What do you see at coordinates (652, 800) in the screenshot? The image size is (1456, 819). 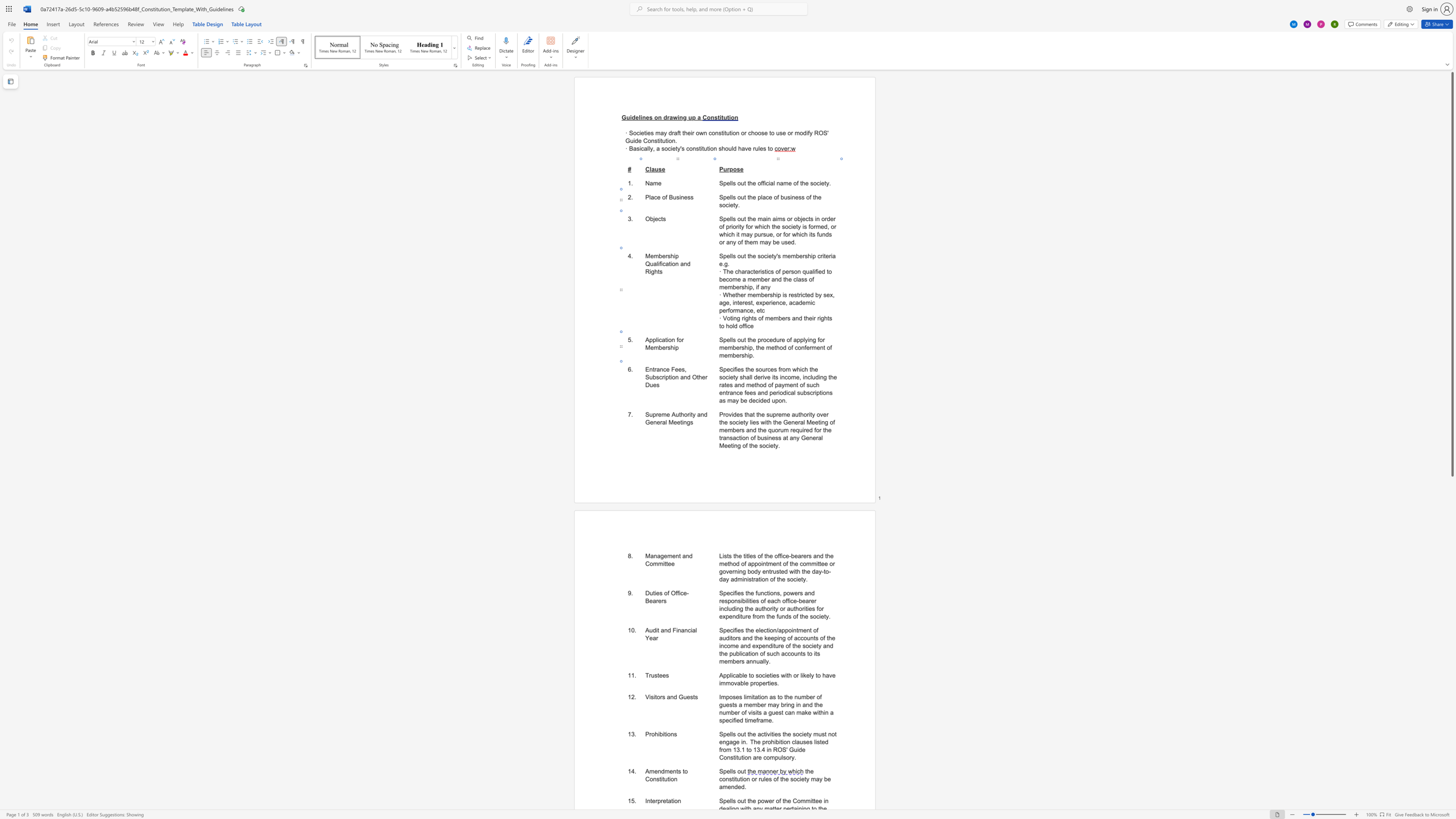 I see `the space between the continuous character "t" and "e" in the text` at bounding box center [652, 800].